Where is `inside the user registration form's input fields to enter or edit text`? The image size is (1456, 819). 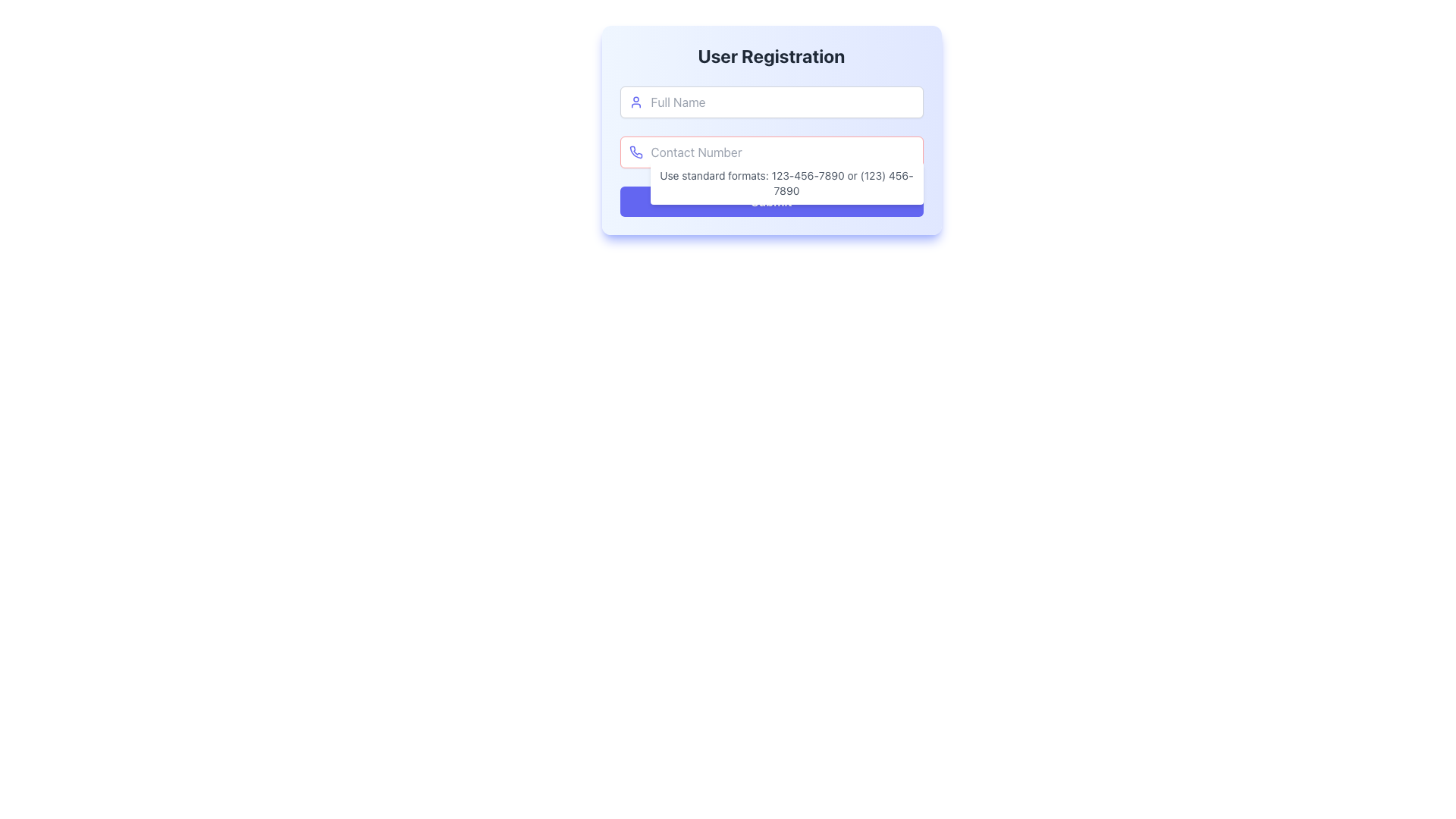 inside the user registration form's input fields to enter or edit text is located at coordinates (771, 130).